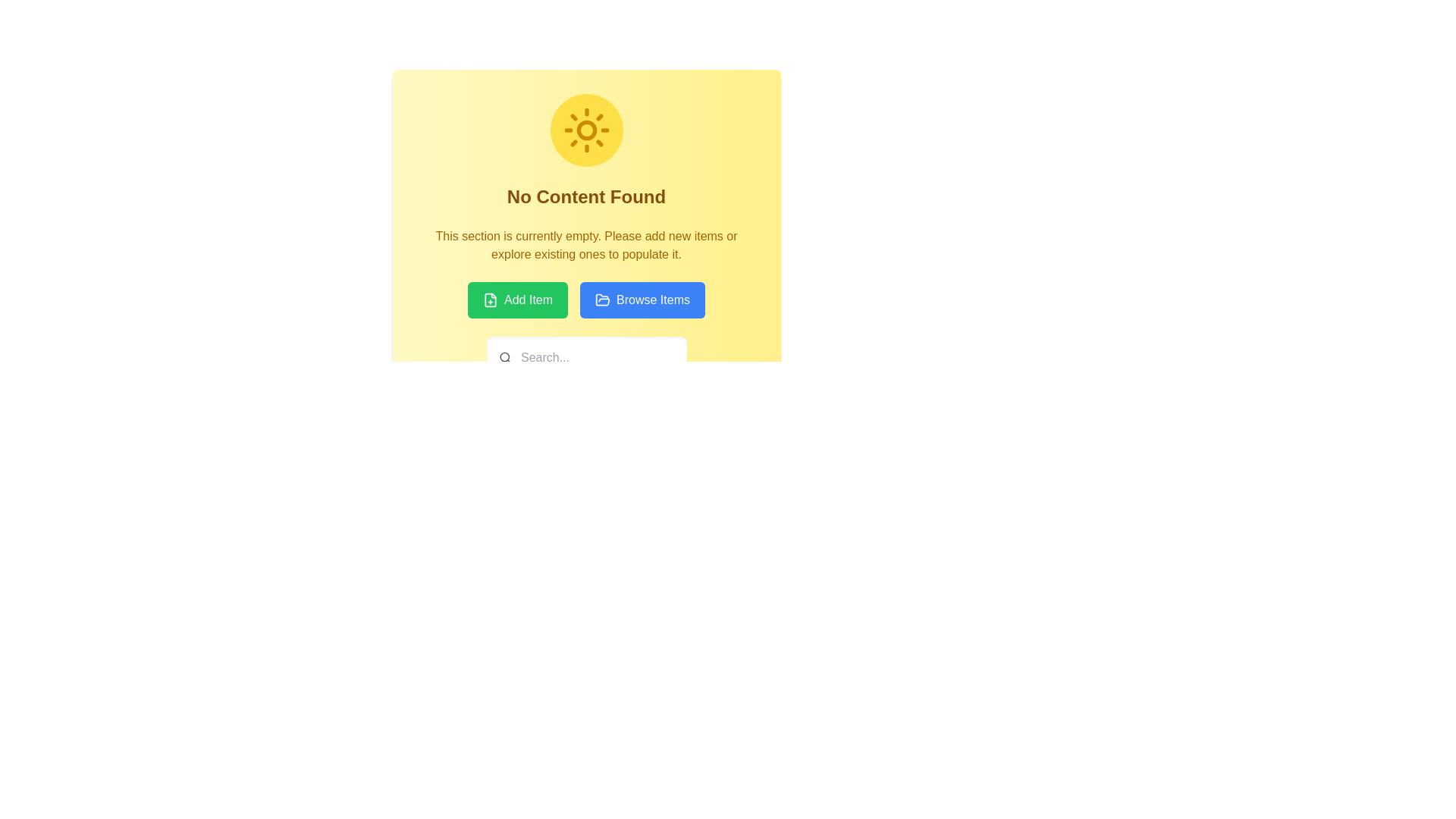 This screenshot has height=819, width=1456. What do you see at coordinates (491, 300) in the screenshot?
I see `the 'Add Item' button, which is visually indicated by the SVG-based icon to the left of the button text` at bounding box center [491, 300].